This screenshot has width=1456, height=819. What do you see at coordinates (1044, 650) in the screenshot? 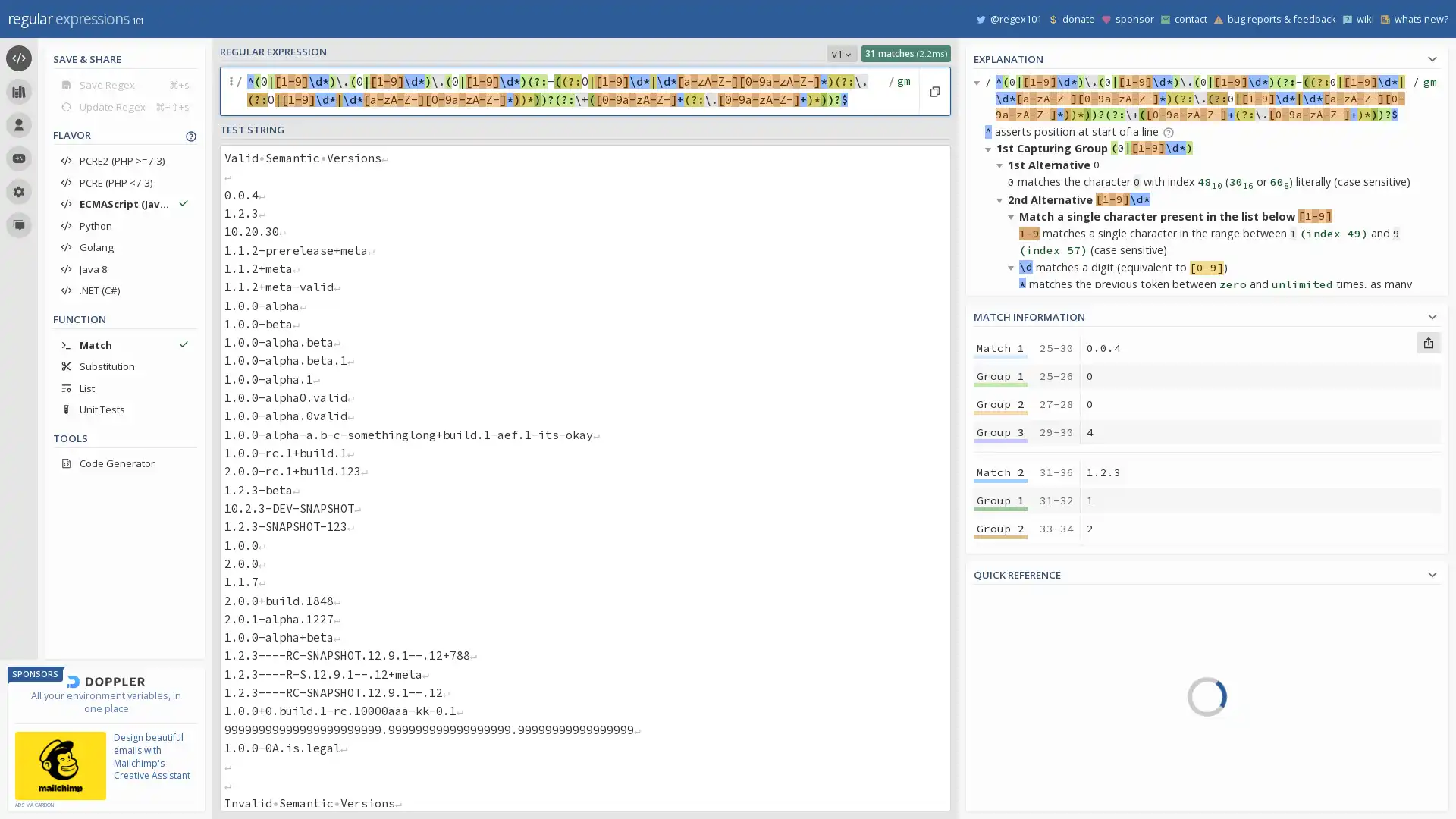
I see `Common Tokens` at bounding box center [1044, 650].